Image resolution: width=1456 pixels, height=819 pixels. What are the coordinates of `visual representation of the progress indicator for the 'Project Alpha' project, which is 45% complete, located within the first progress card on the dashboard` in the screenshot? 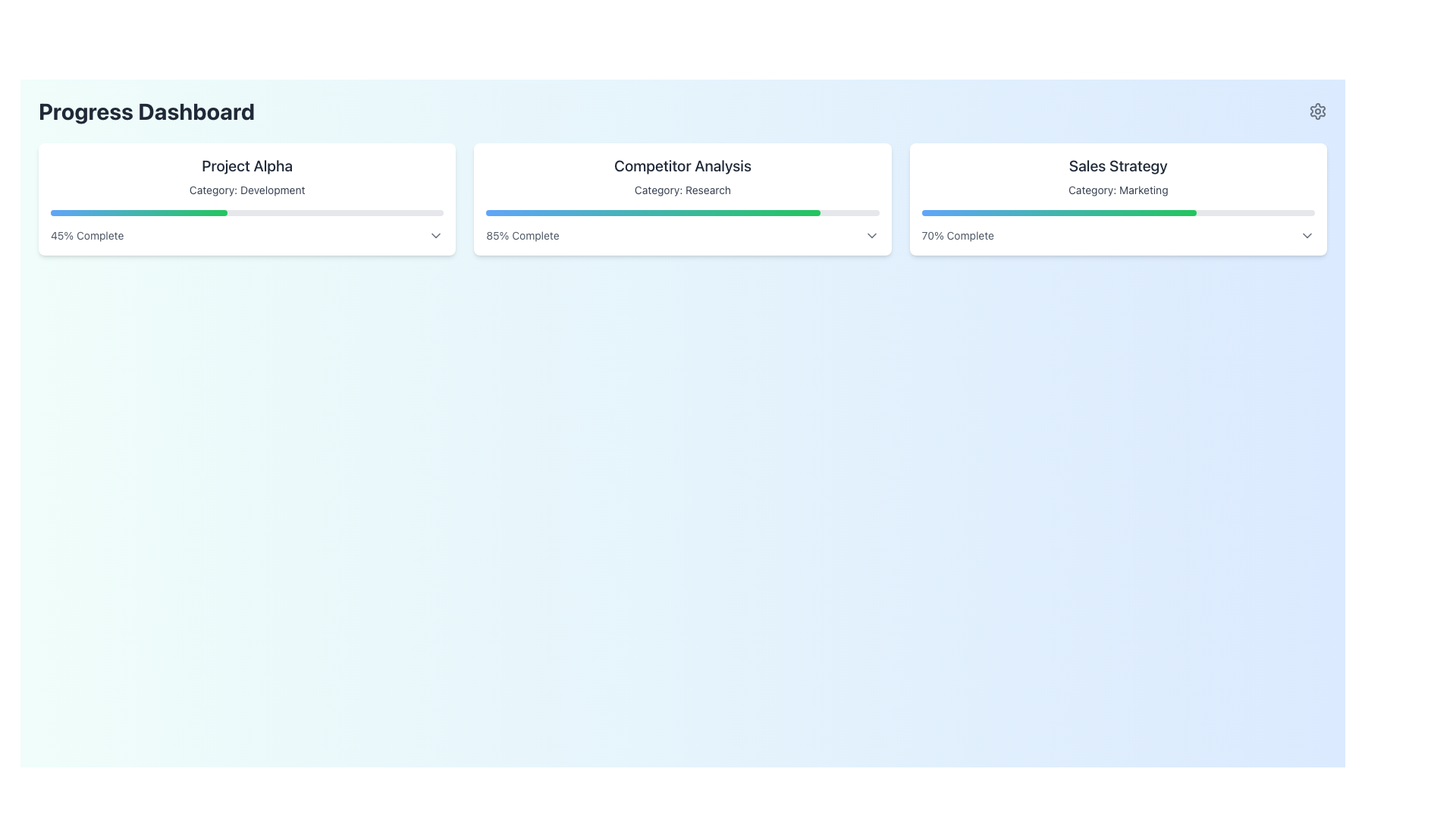 It's located at (139, 213).